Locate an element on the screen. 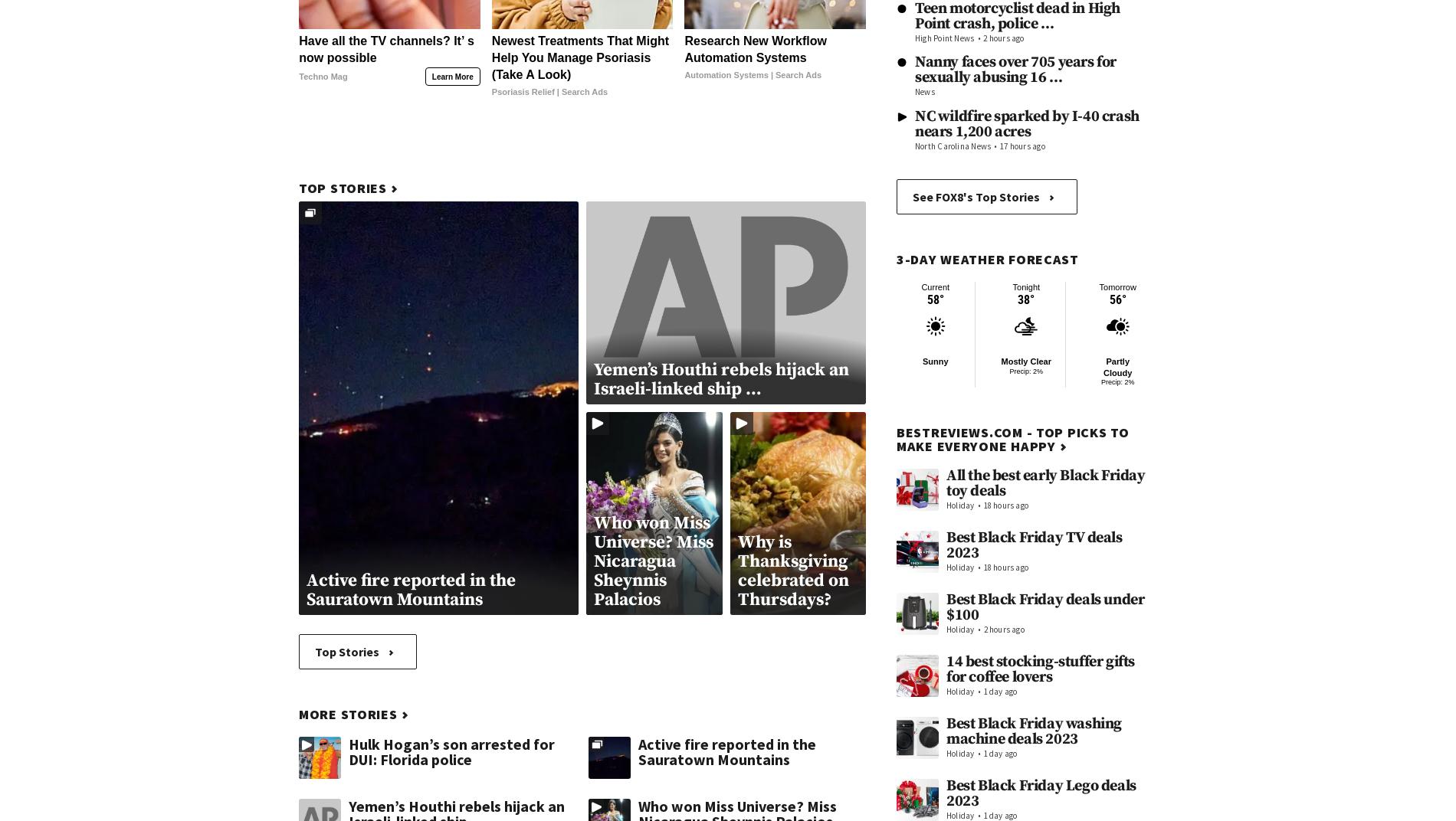  'Hulk Hogan’s son arrested for DUI: Florida police' is located at coordinates (451, 751).